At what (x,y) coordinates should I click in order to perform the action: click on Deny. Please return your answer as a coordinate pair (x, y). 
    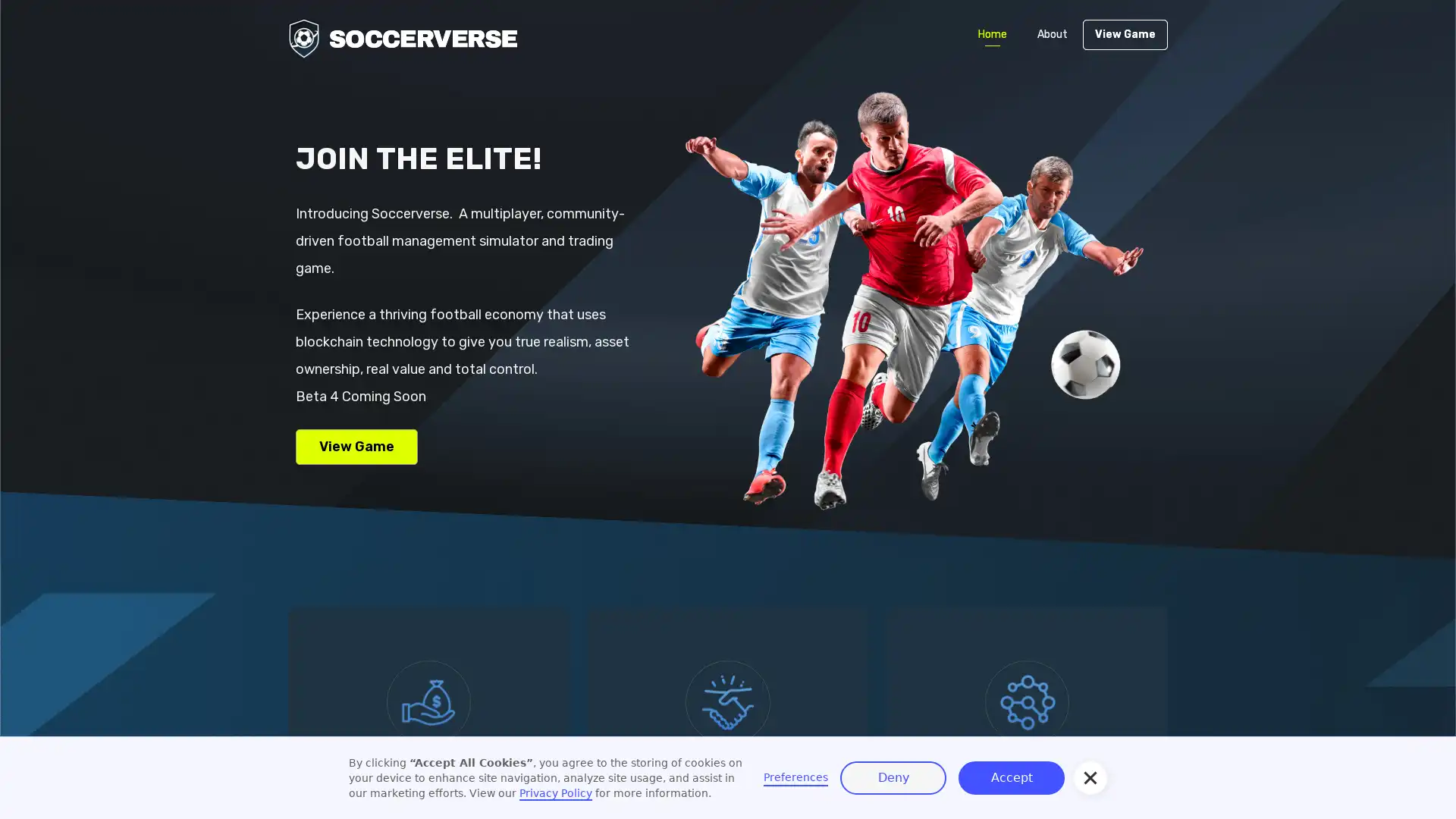
    Looking at the image, I should click on (893, 778).